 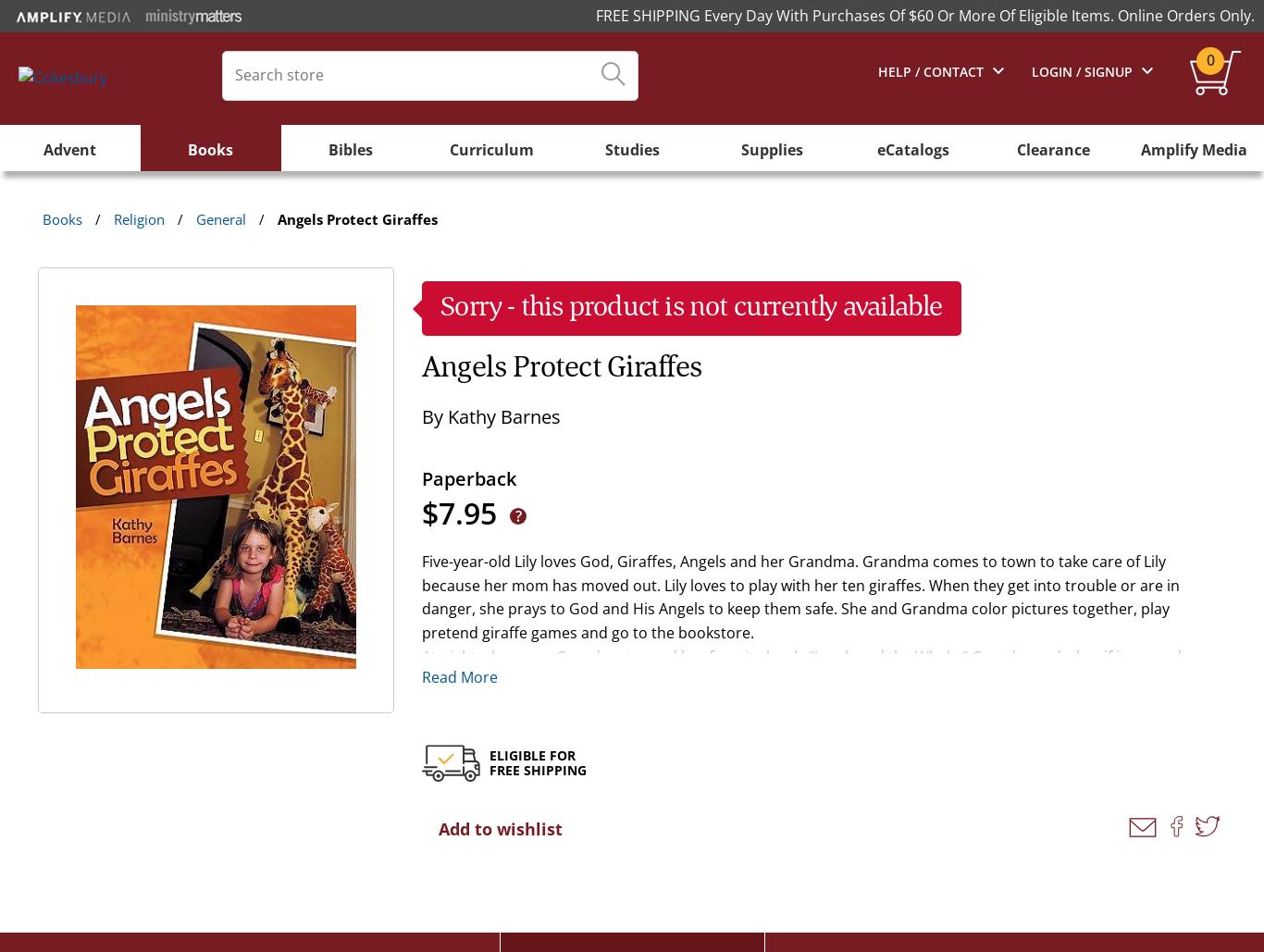 What do you see at coordinates (219, 217) in the screenshot?
I see `'General'` at bounding box center [219, 217].